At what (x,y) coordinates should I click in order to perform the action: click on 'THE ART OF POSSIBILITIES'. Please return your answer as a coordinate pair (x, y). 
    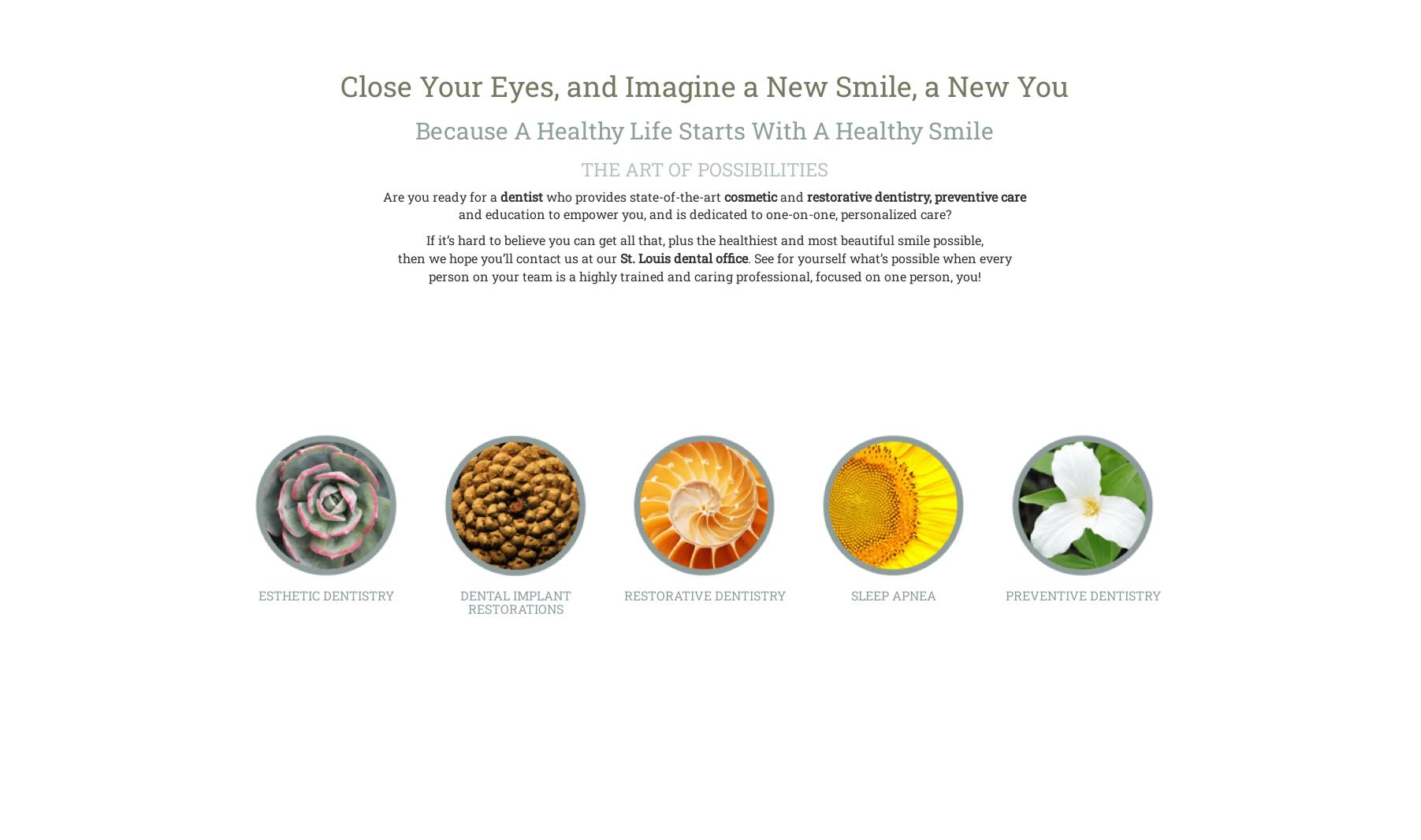
    Looking at the image, I should click on (580, 169).